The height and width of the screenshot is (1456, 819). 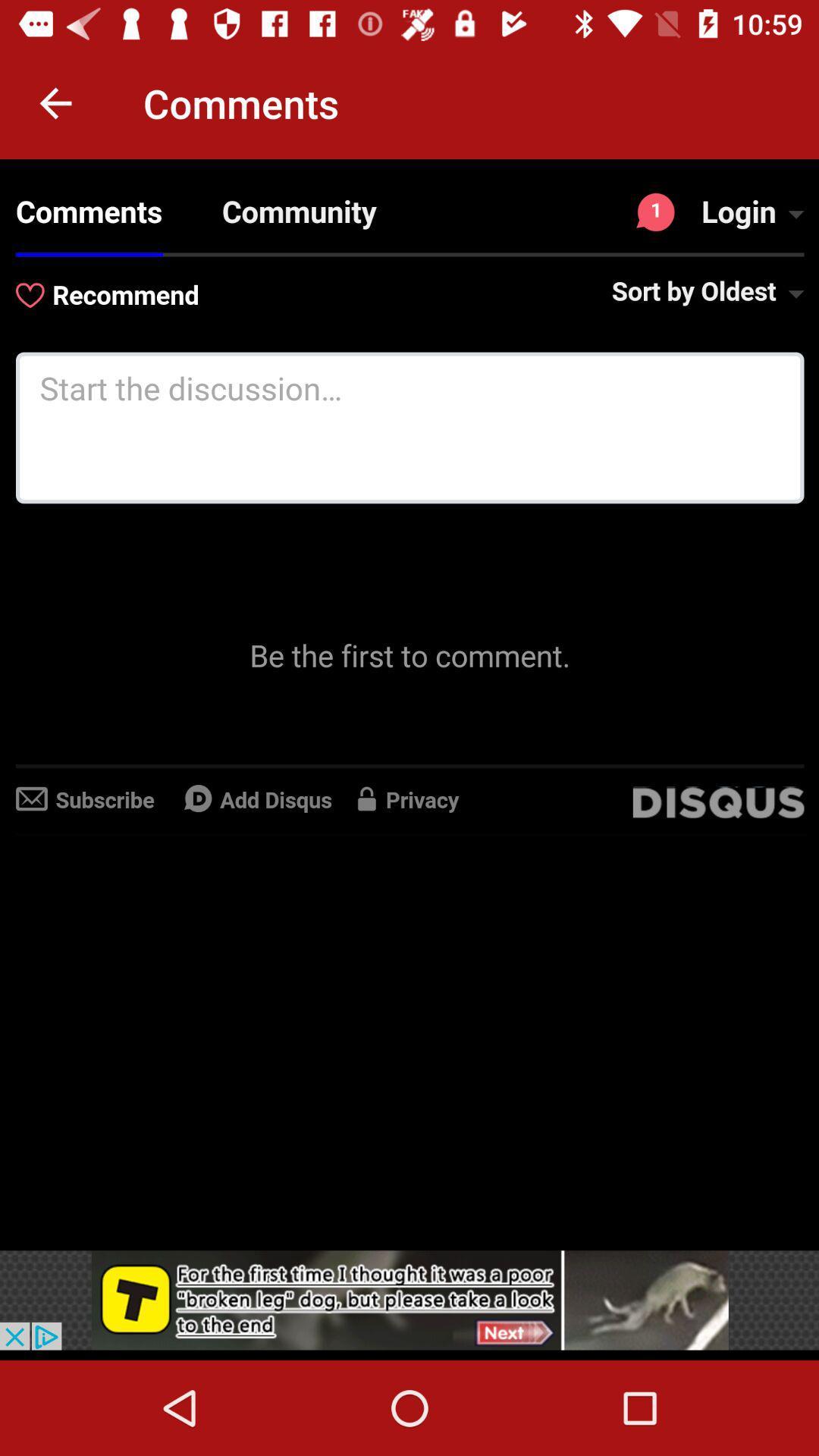 I want to click on open advertisement, so click(x=409, y=1299).